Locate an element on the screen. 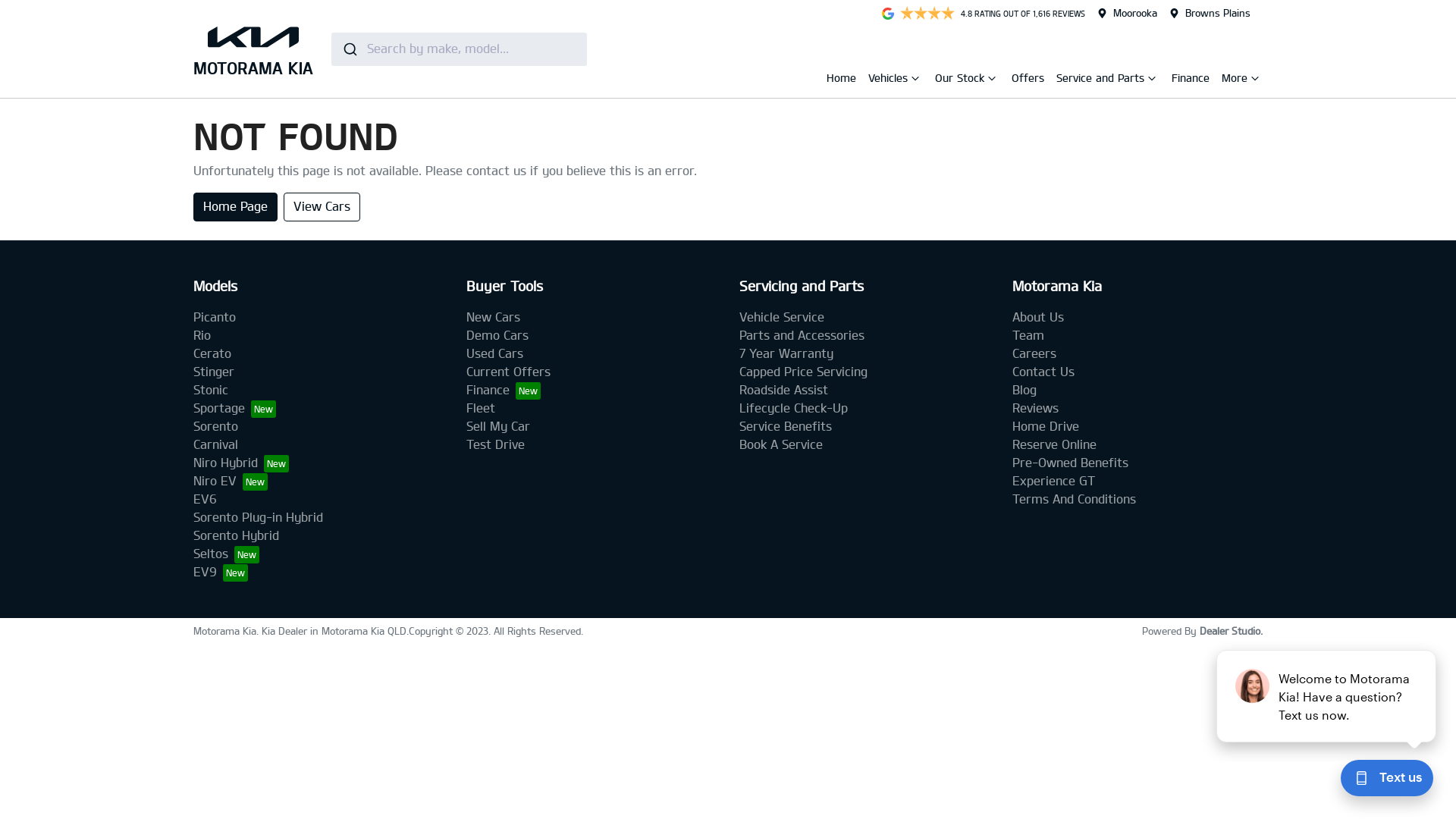 Image resolution: width=1456 pixels, height=819 pixels. 'Rio' is located at coordinates (201, 334).